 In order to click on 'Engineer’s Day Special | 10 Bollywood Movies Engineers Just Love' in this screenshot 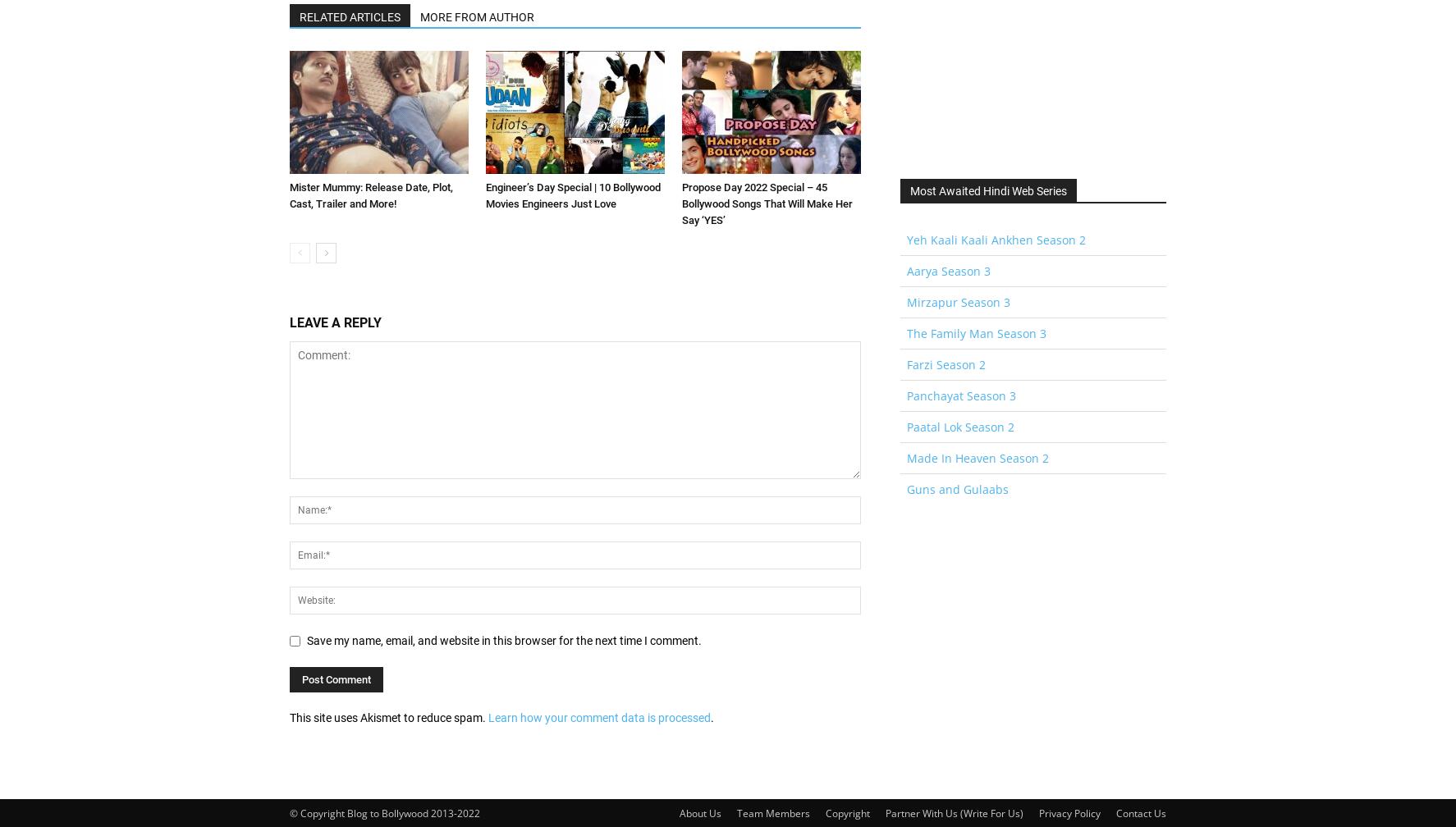, I will do `click(573, 194)`.